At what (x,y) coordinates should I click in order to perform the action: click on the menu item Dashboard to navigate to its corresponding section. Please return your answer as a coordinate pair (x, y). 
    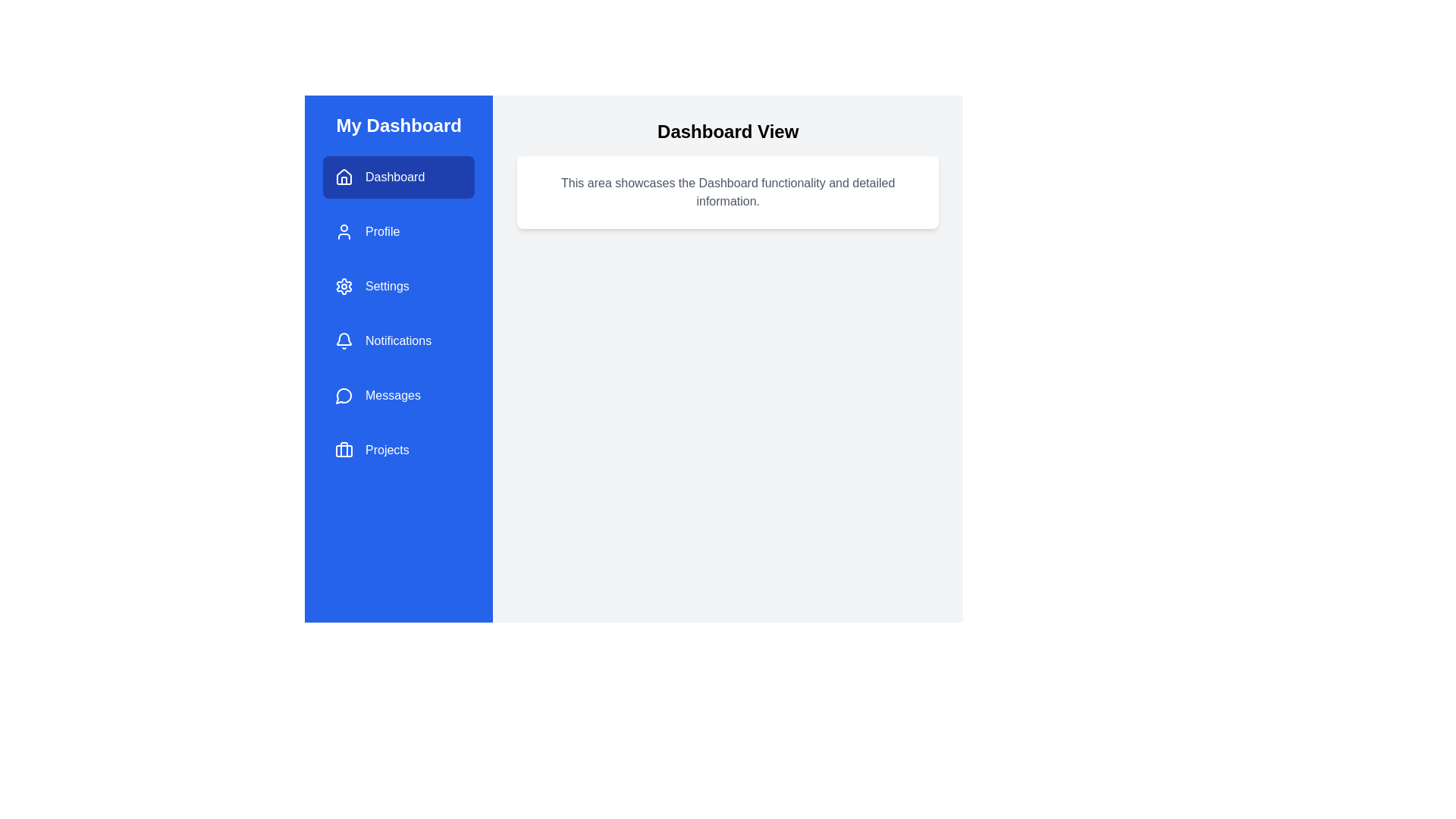
    Looking at the image, I should click on (399, 177).